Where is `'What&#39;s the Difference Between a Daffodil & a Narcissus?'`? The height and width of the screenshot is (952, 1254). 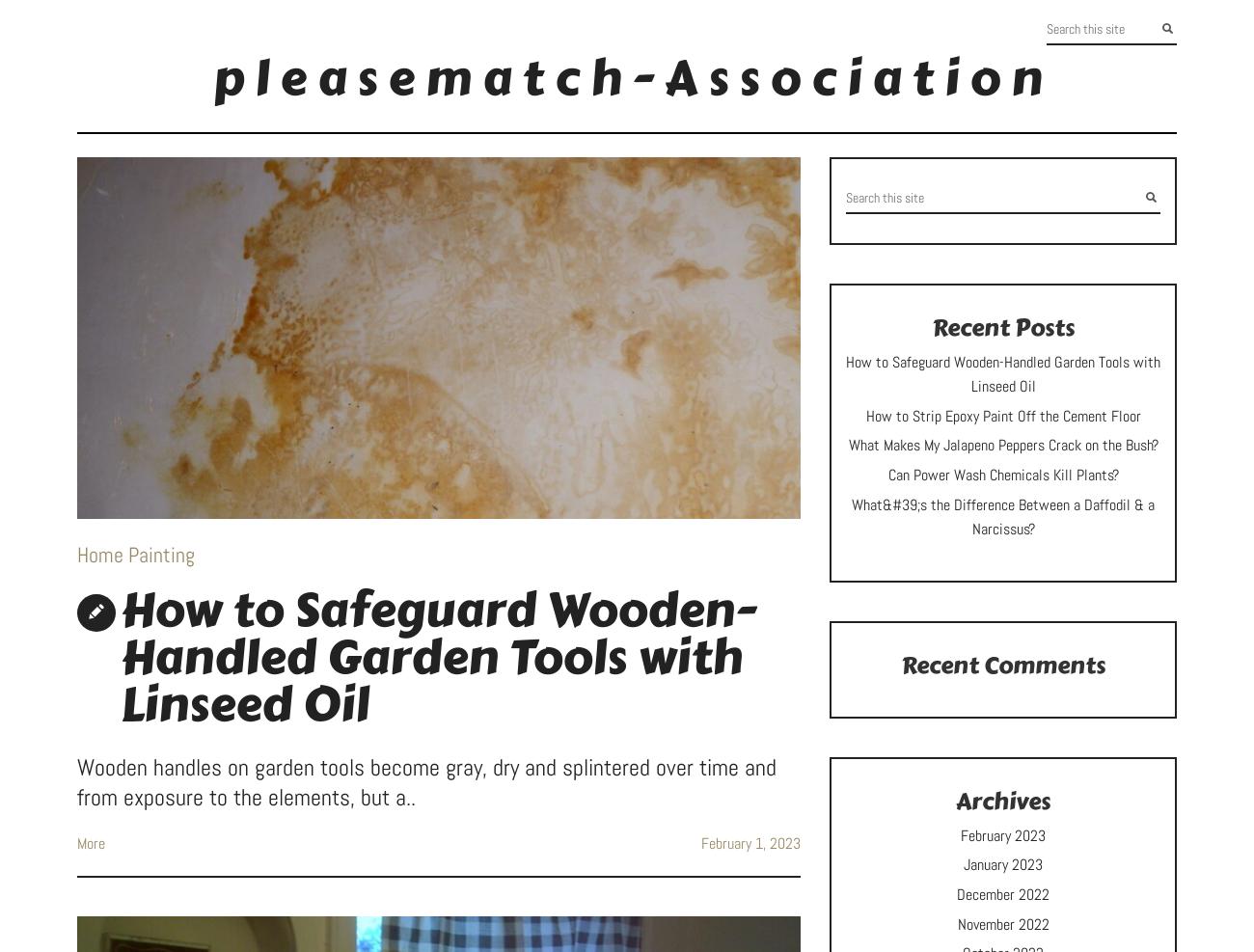
'What&#39;s the Difference Between a Daffodil & a Narcissus?' is located at coordinates (850, 516).